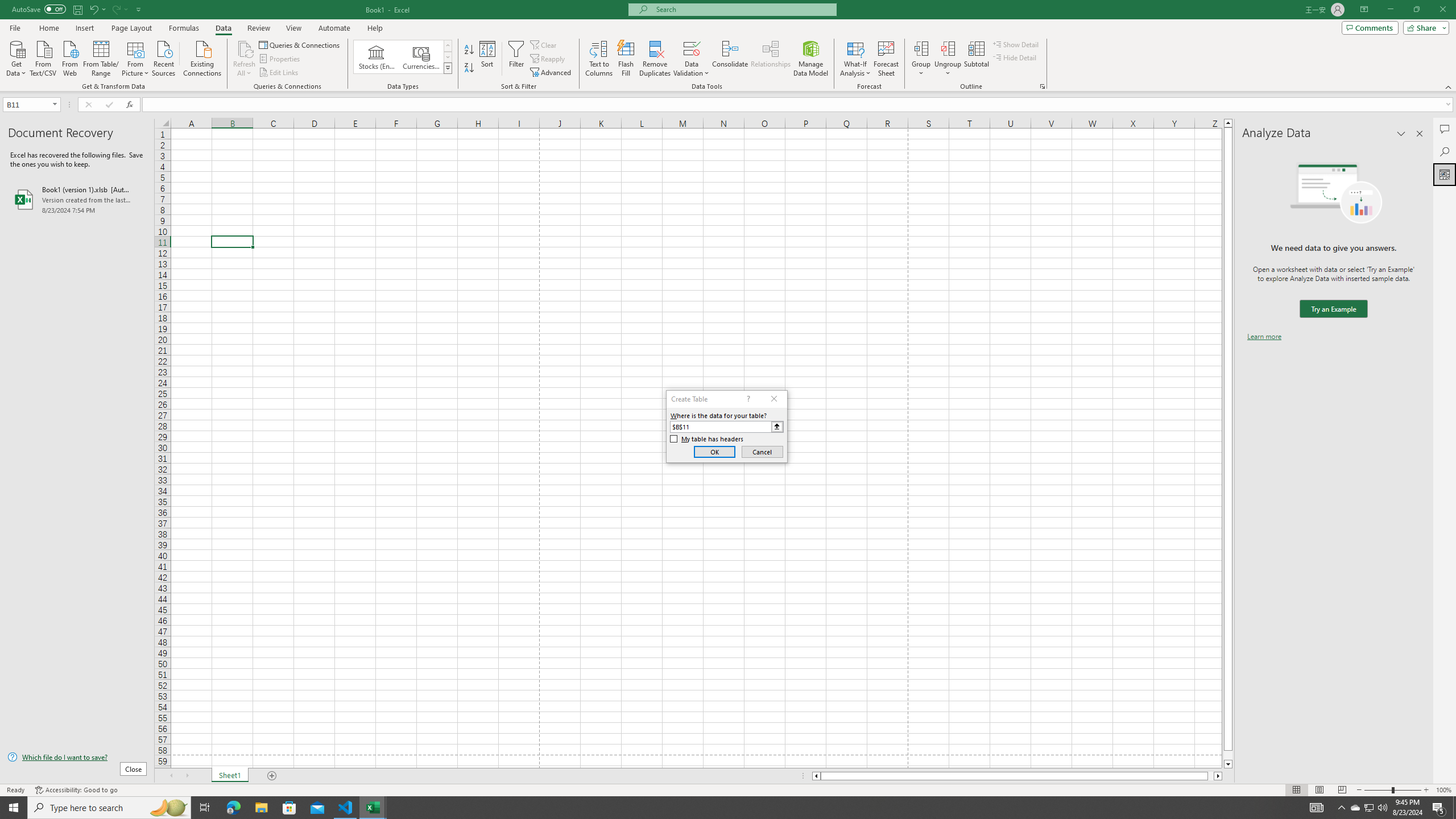 This screenshot has height=819, width=1456. I want to click on 'Stocks (English)', so click(375, 56).